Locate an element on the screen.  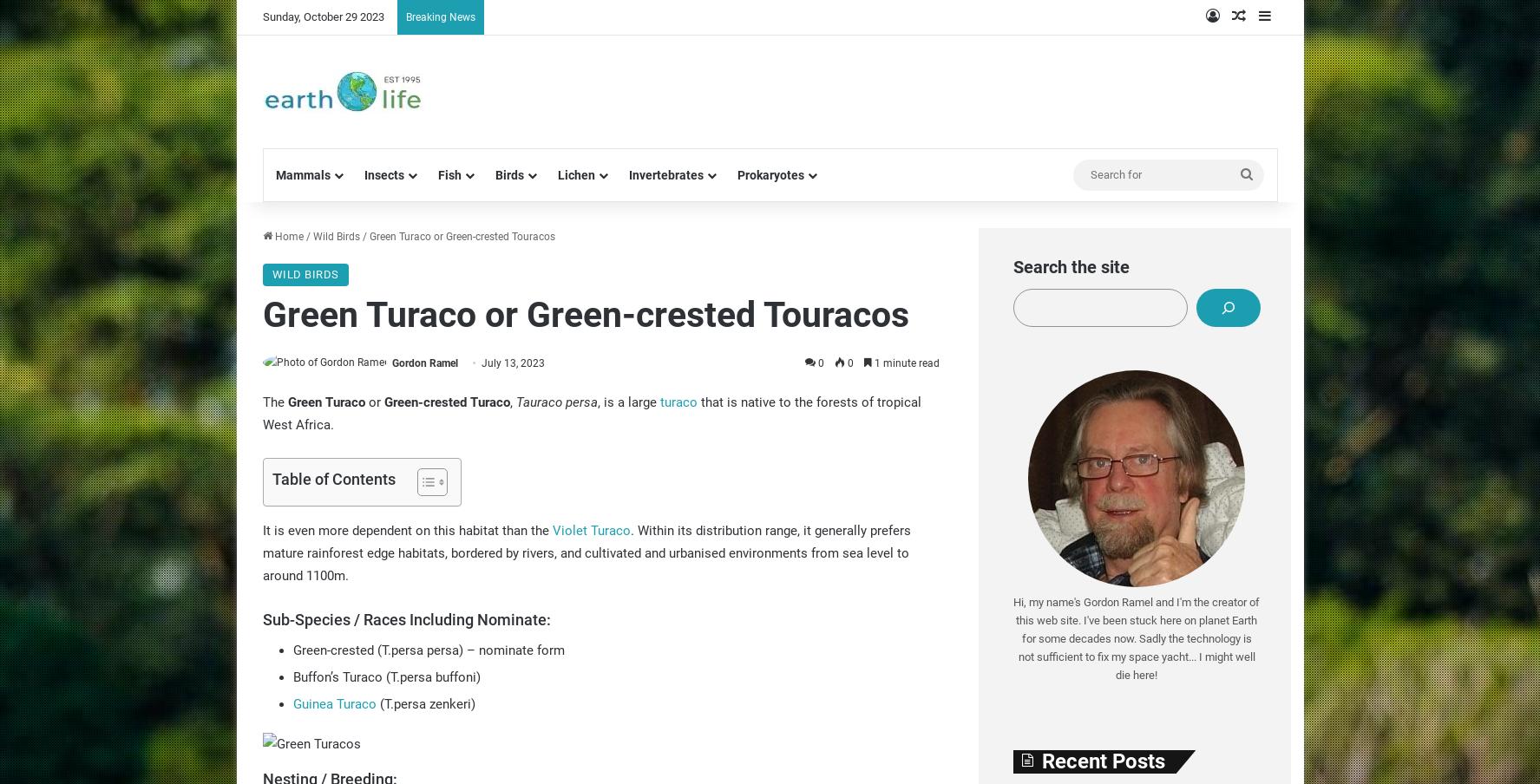
'Birds' is located at coordinates (508, 175).